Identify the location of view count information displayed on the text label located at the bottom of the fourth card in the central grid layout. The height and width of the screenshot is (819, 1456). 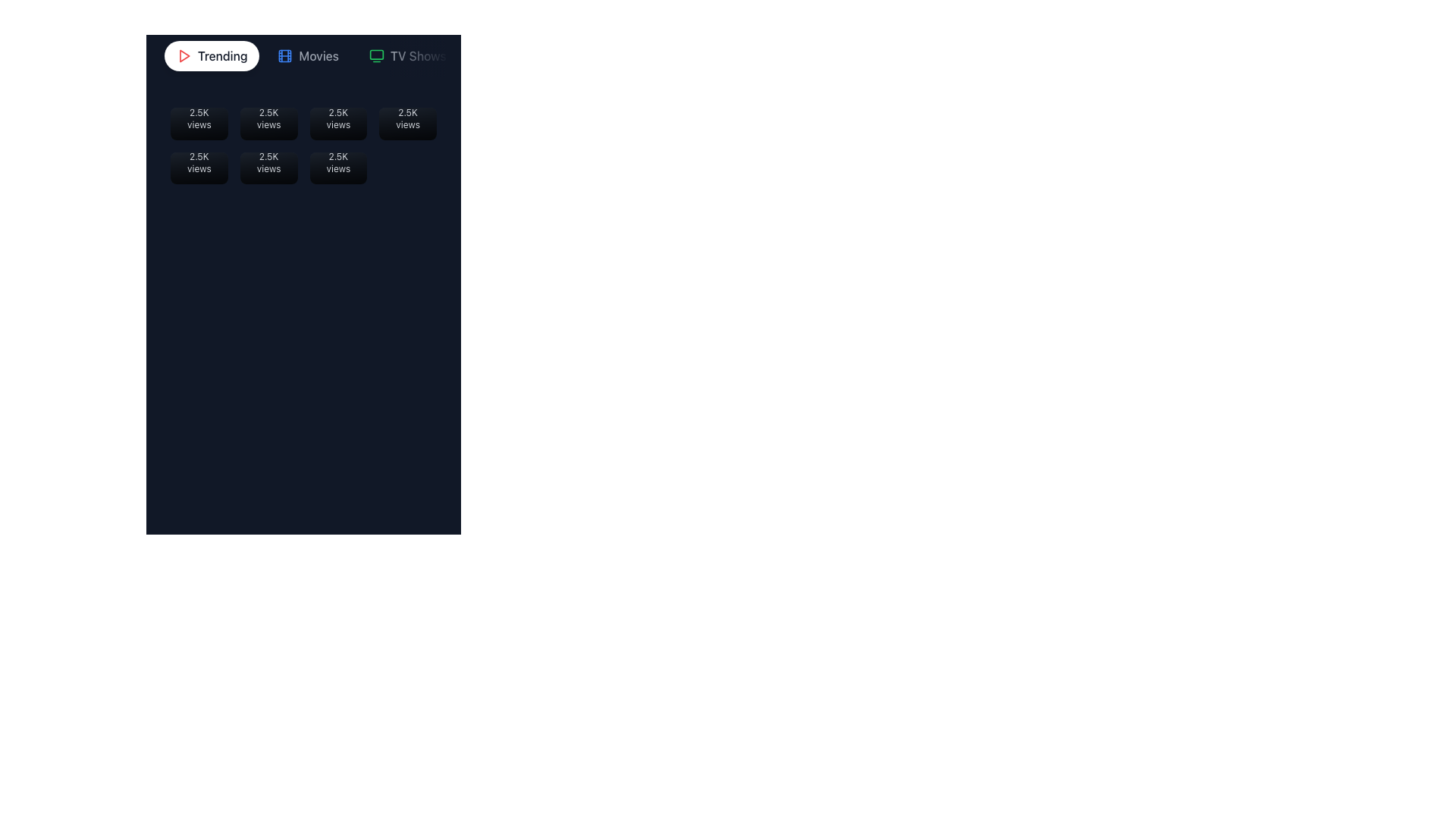
(408, 123).